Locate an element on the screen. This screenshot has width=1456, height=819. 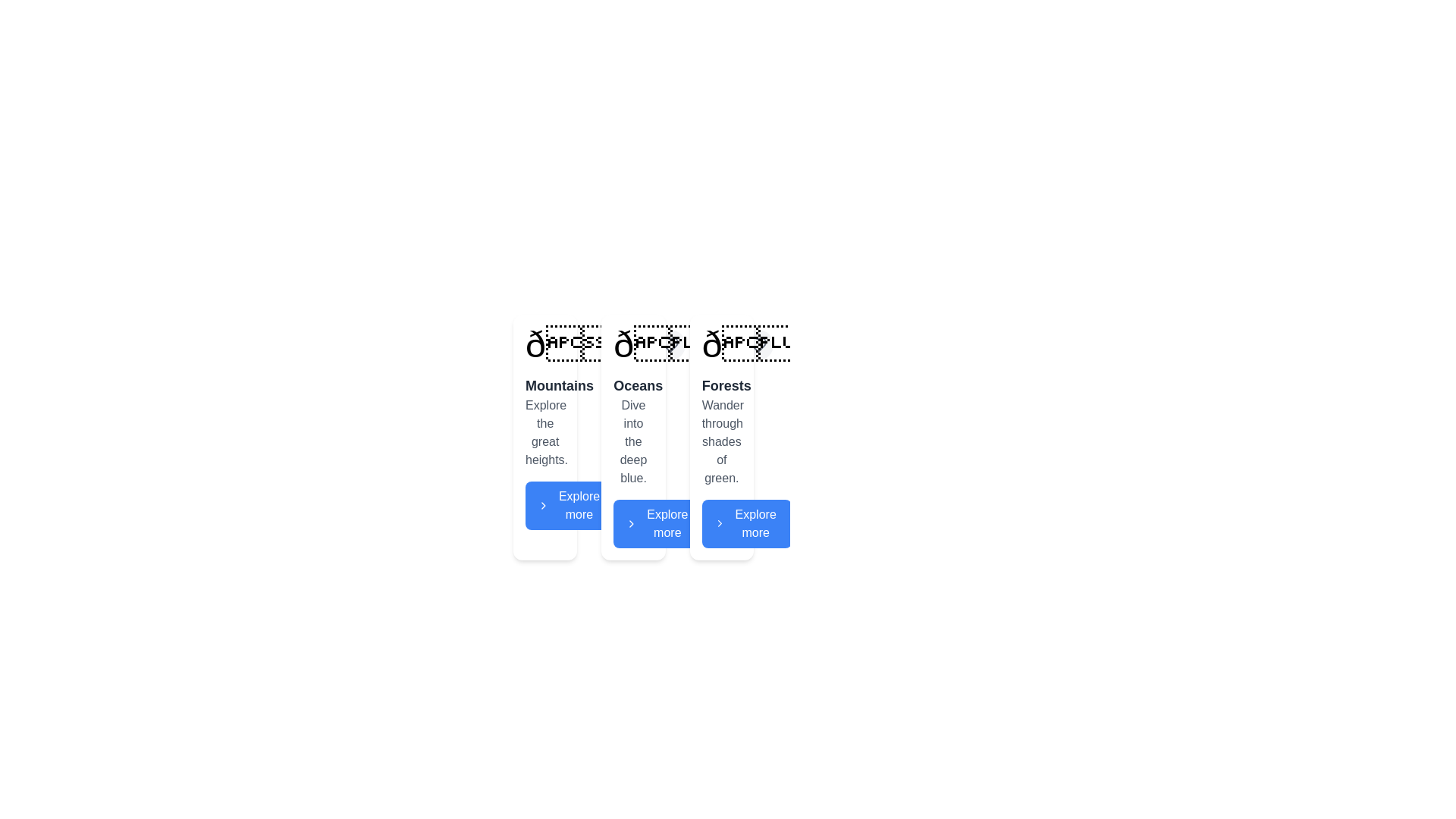
the text heading displaying 'Forests', which is styled with a bold font, larger size, and dark gray color, located in the third card of a horizontally aligned list is located at coordinates (720, 385).